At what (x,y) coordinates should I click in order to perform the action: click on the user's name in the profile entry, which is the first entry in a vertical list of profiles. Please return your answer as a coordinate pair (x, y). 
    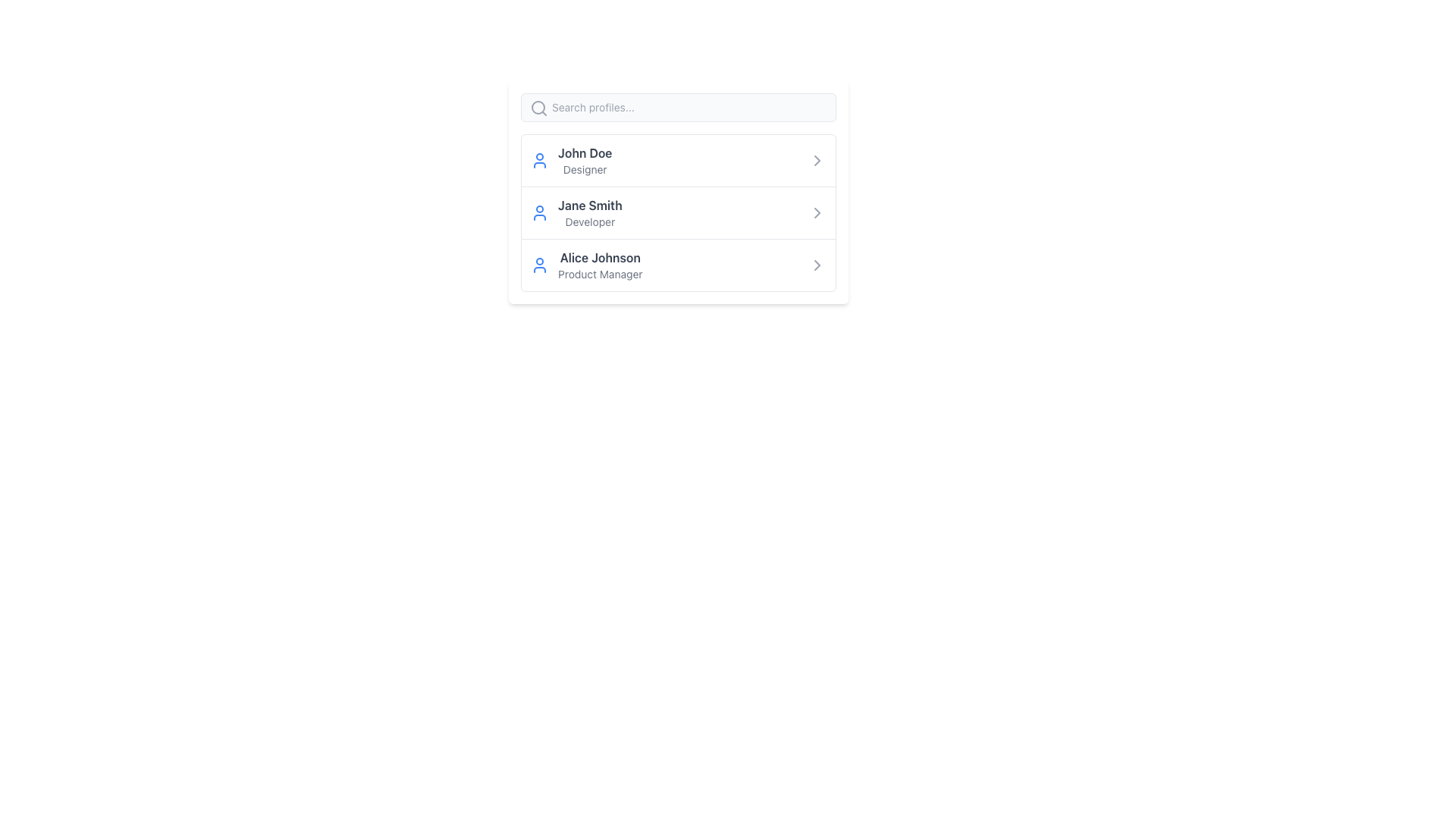
    Looking at the image, I should click on (570, 161).